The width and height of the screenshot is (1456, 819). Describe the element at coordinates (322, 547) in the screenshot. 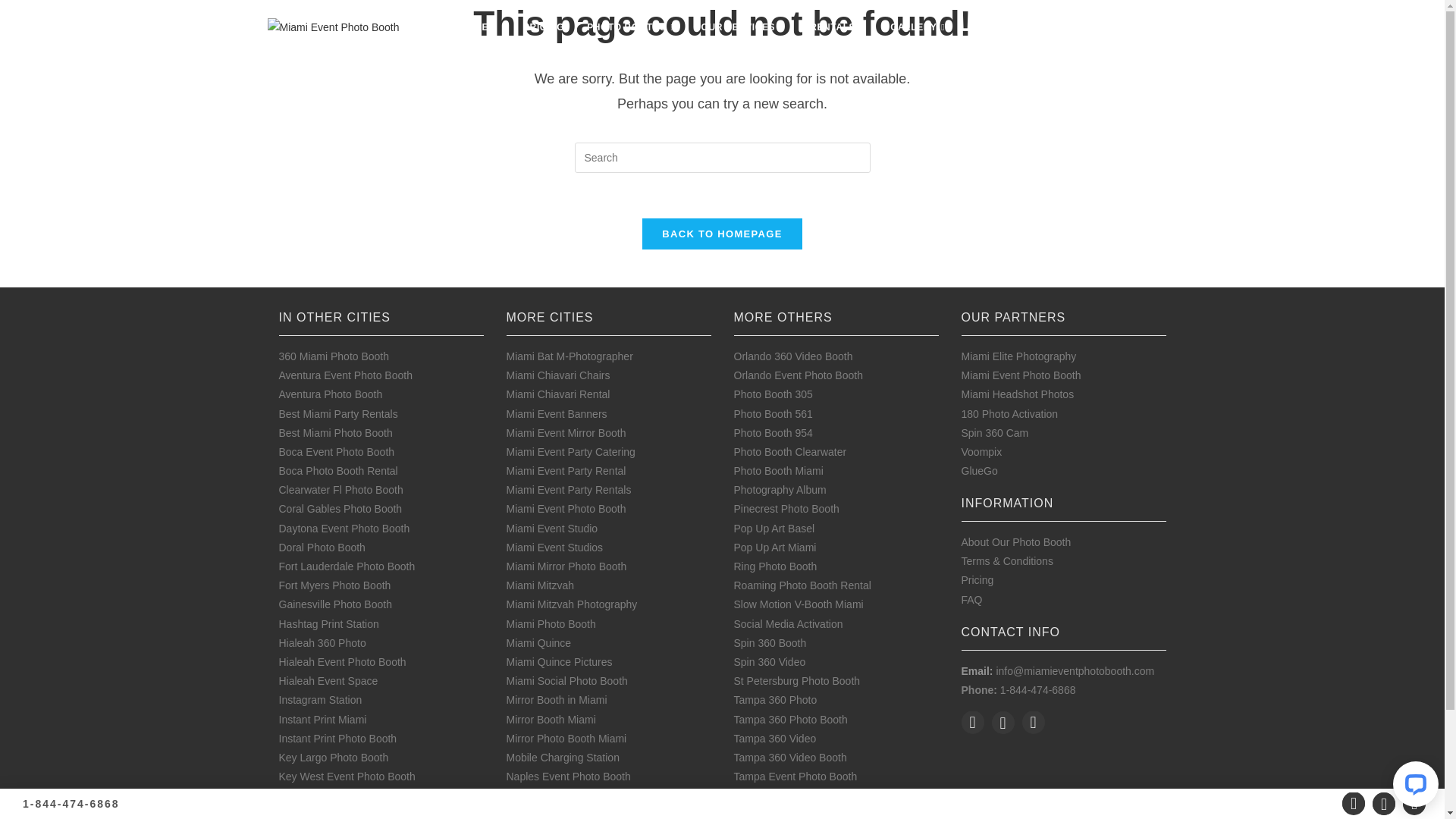

I see `'Doral Photo Booth'` at that location.